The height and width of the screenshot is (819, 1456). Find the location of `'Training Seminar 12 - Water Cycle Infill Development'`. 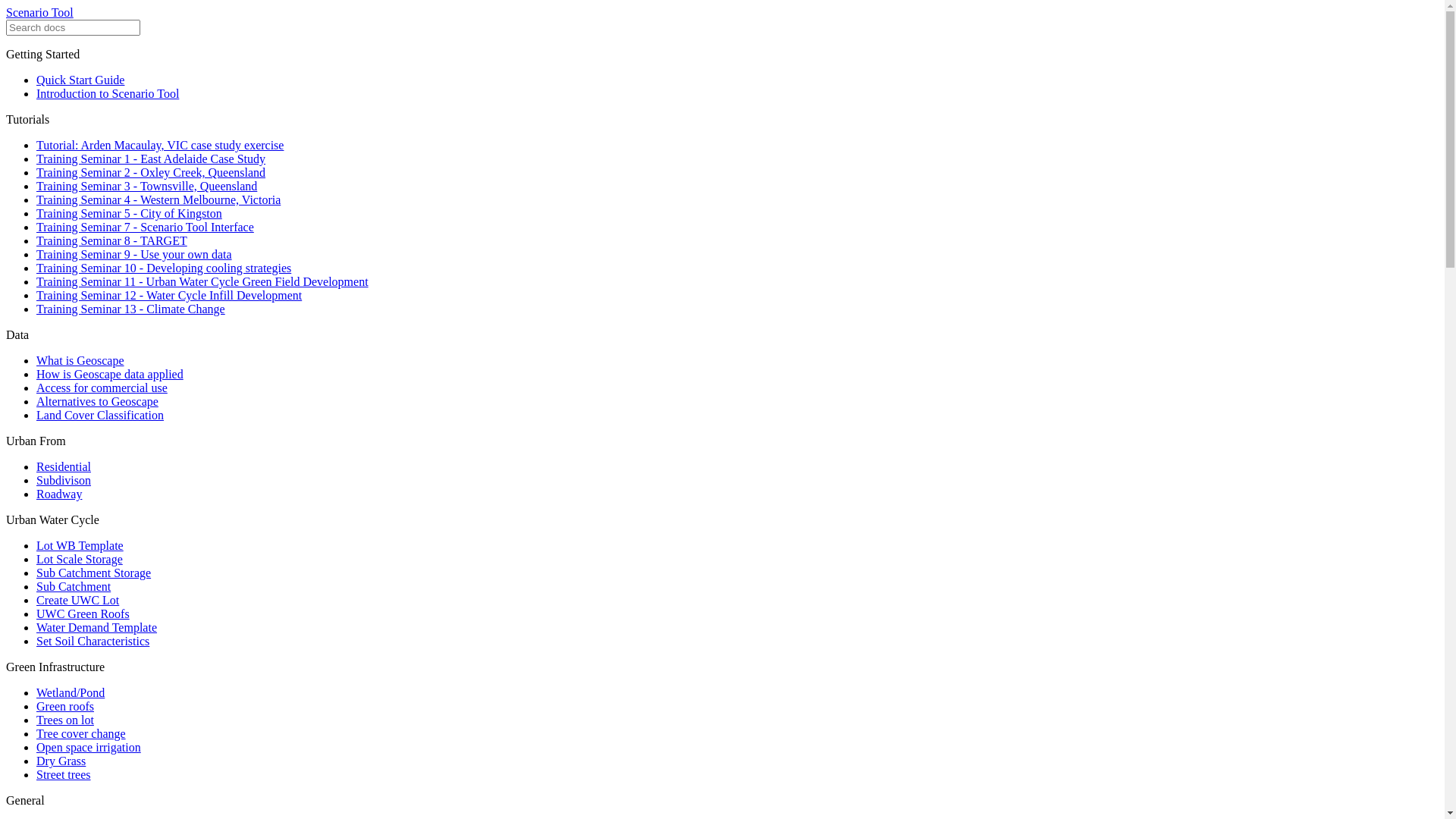

'Training Seminar 12 - Water Cycle Infill Development' is located at coordinates (168, 295).